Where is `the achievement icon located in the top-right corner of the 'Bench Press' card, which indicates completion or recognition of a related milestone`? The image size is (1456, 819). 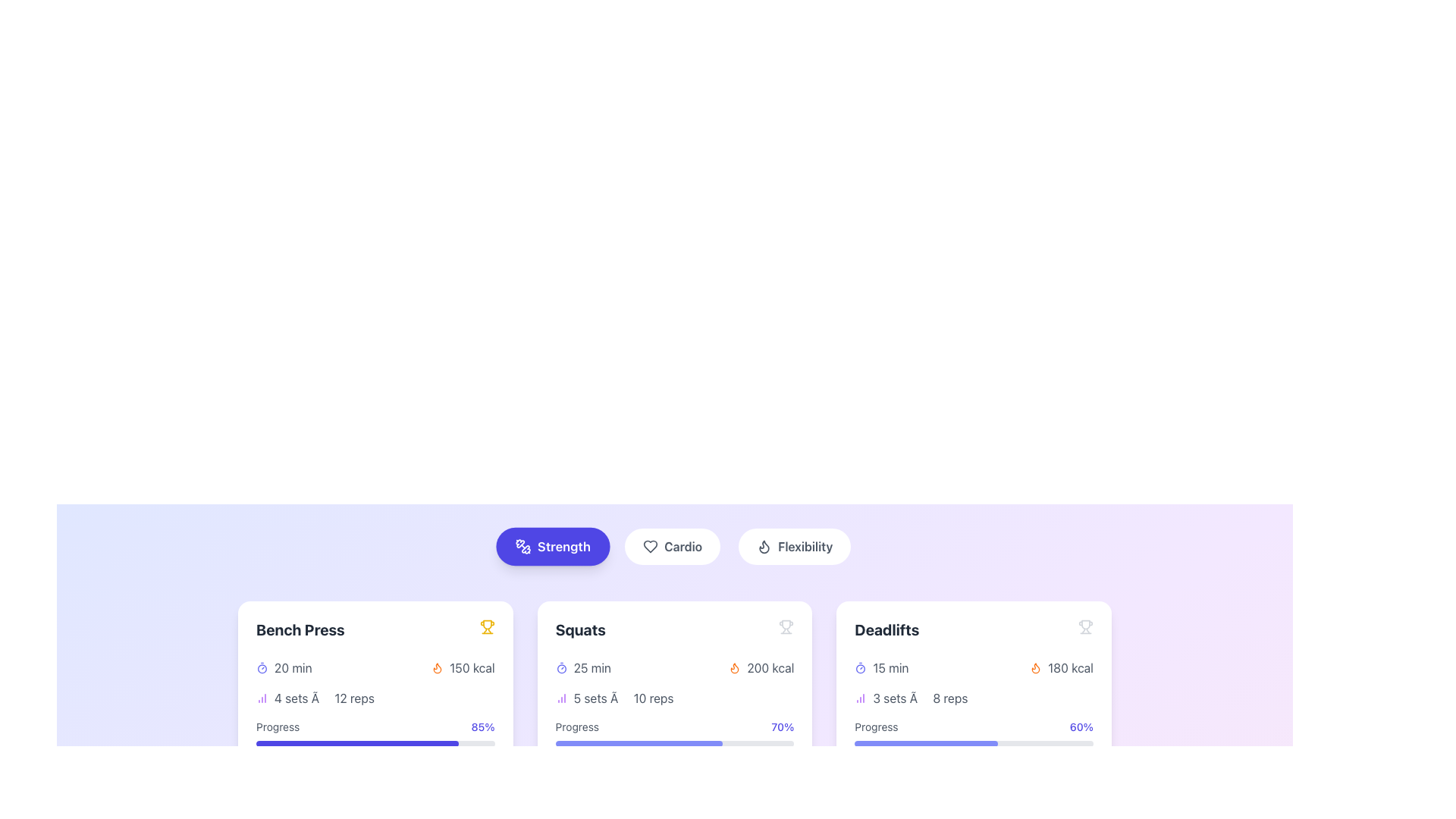
the achievement icon located in the top-right corner of the 'Bench Press' card, which indicates completion or recognition of a related milestone is located at coordinates (487, 626).